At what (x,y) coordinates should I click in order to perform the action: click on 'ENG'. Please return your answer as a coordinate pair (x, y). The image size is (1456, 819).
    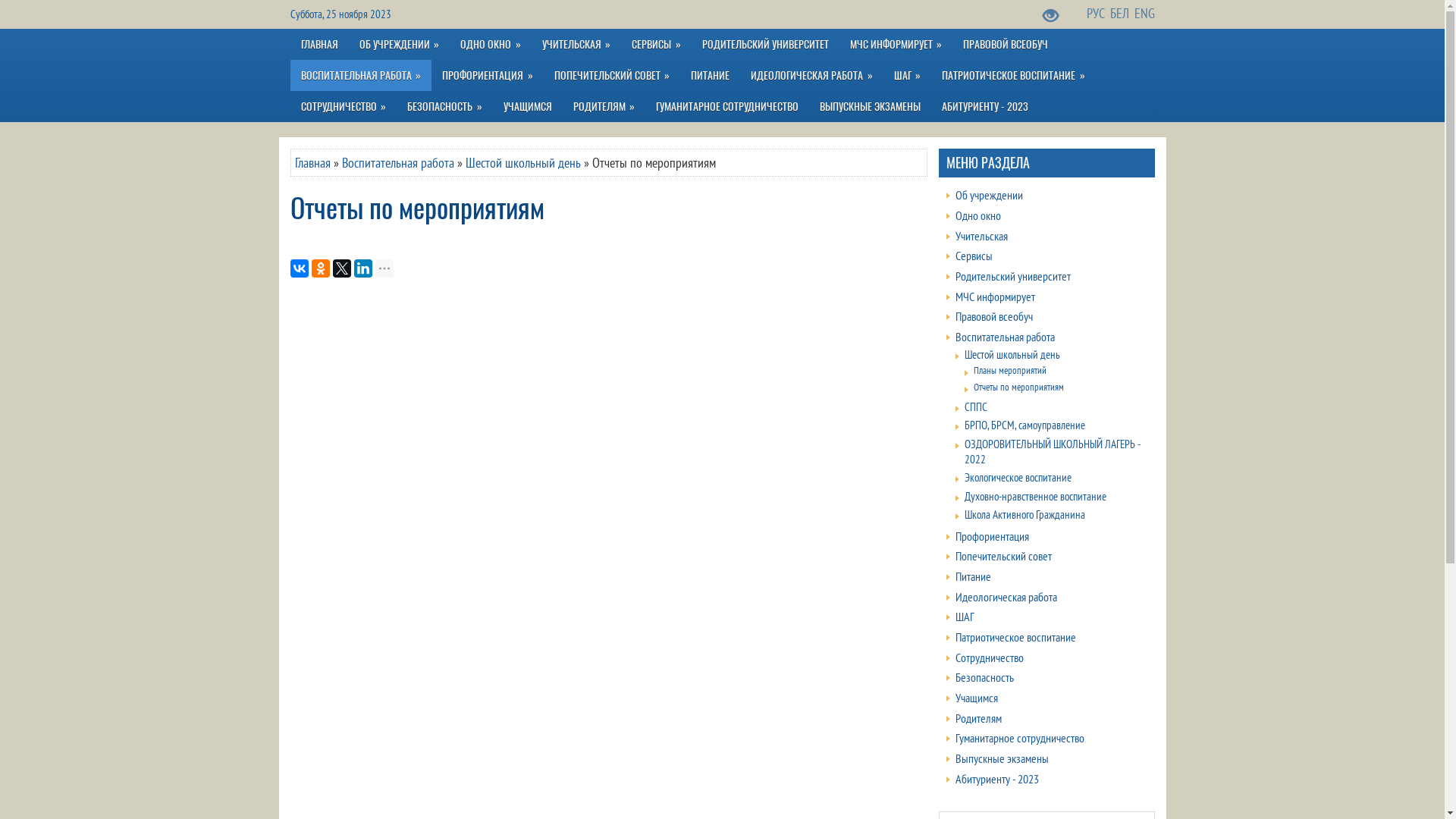
    Looking at the image, I should click on (1144, 13).